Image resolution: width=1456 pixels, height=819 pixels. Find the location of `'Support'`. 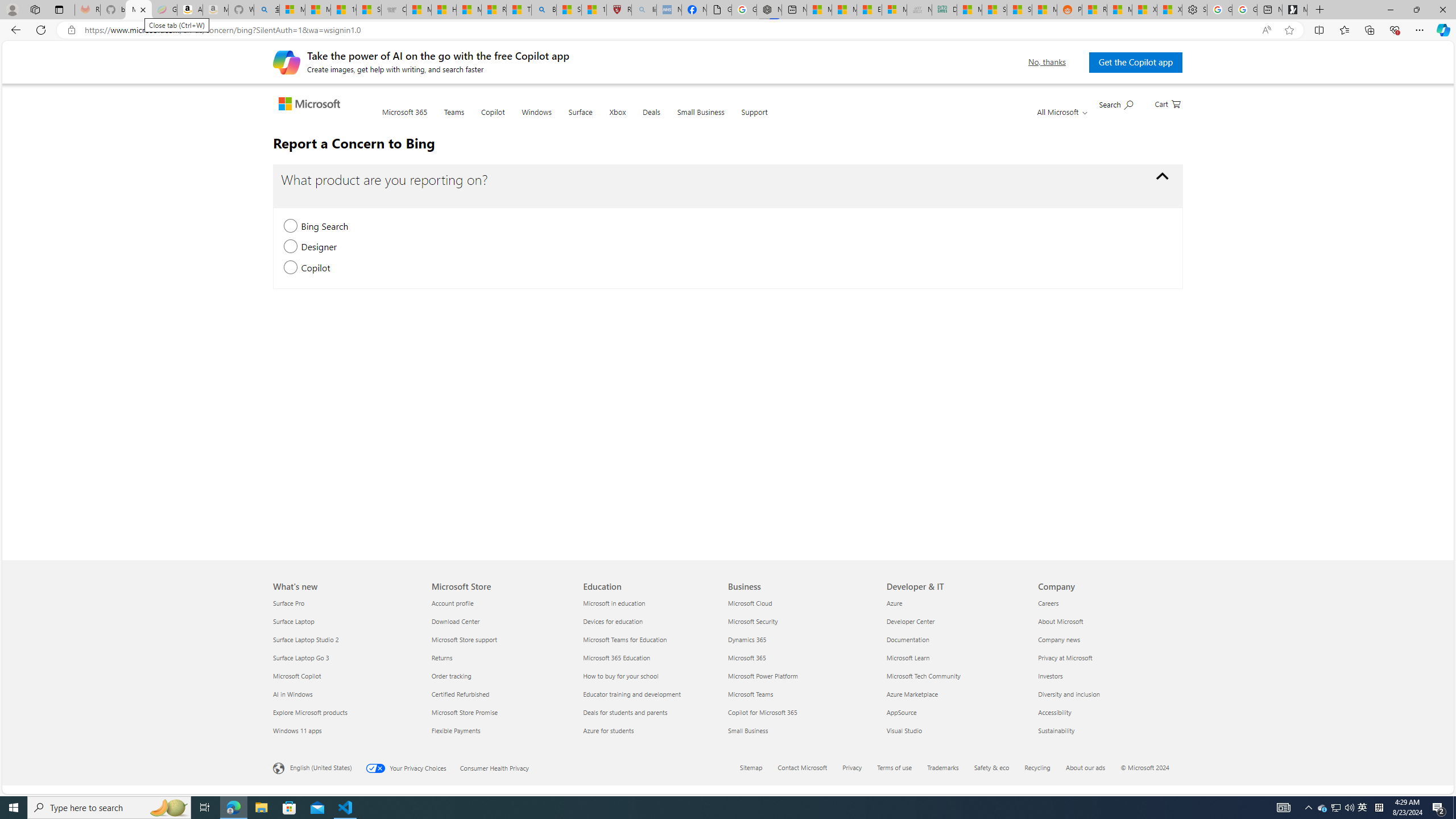

'Support' is located at coordinates (754, 118).